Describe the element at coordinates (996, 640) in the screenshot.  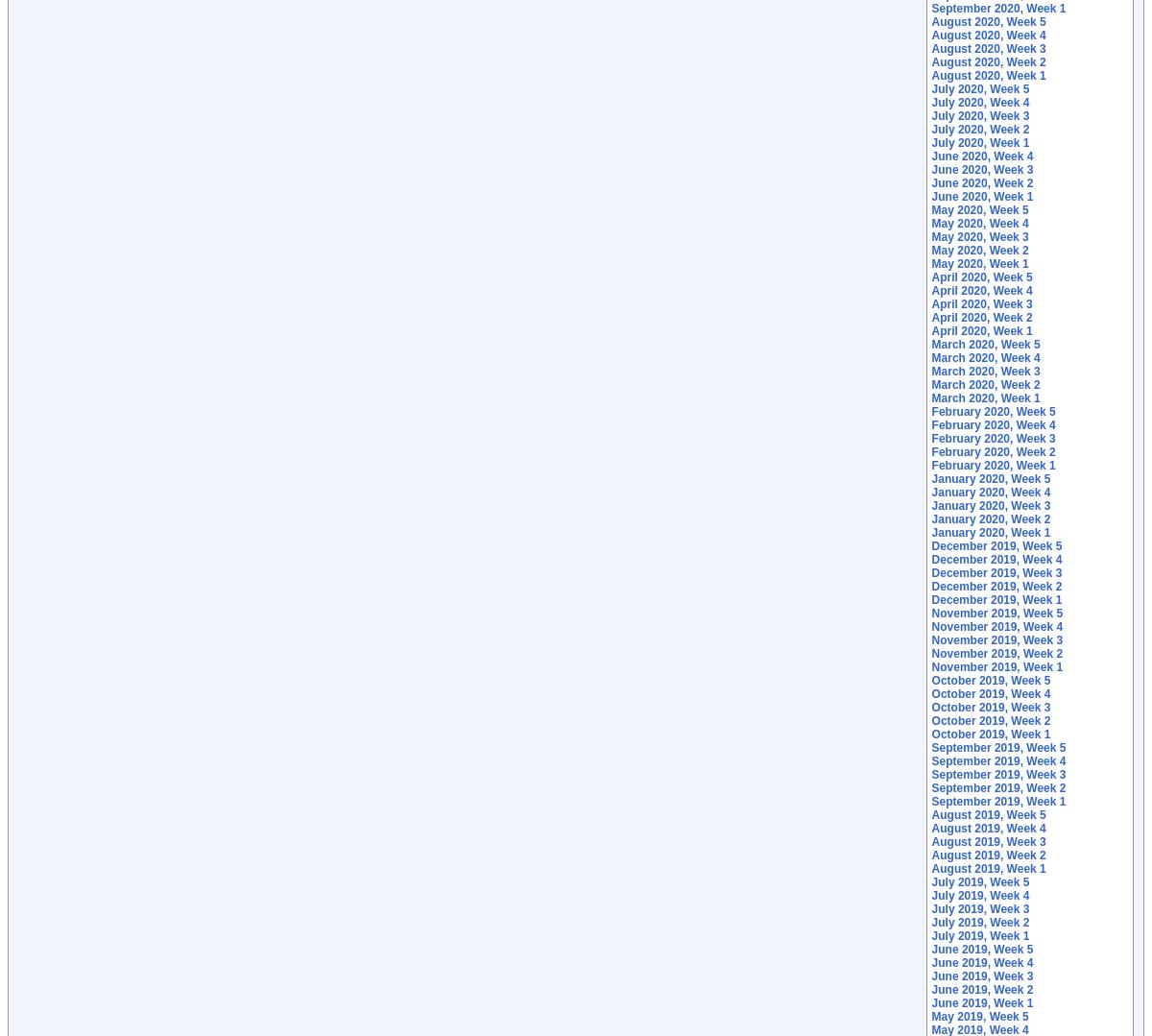
I see `'November 2019, Week 3'` at that location.